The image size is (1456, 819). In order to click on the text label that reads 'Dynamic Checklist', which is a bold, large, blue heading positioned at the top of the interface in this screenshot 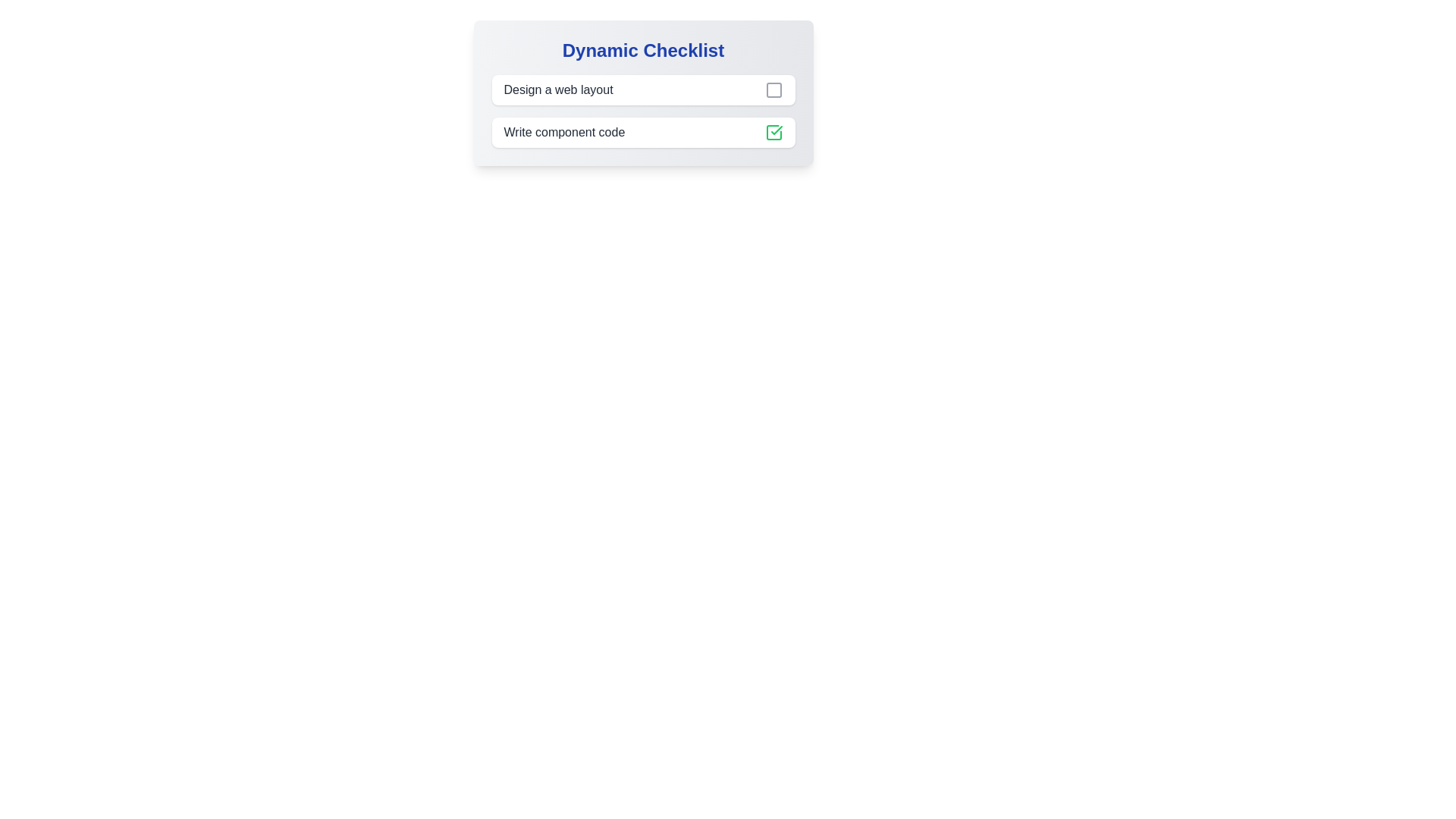, I will do `click(643, 49)`.